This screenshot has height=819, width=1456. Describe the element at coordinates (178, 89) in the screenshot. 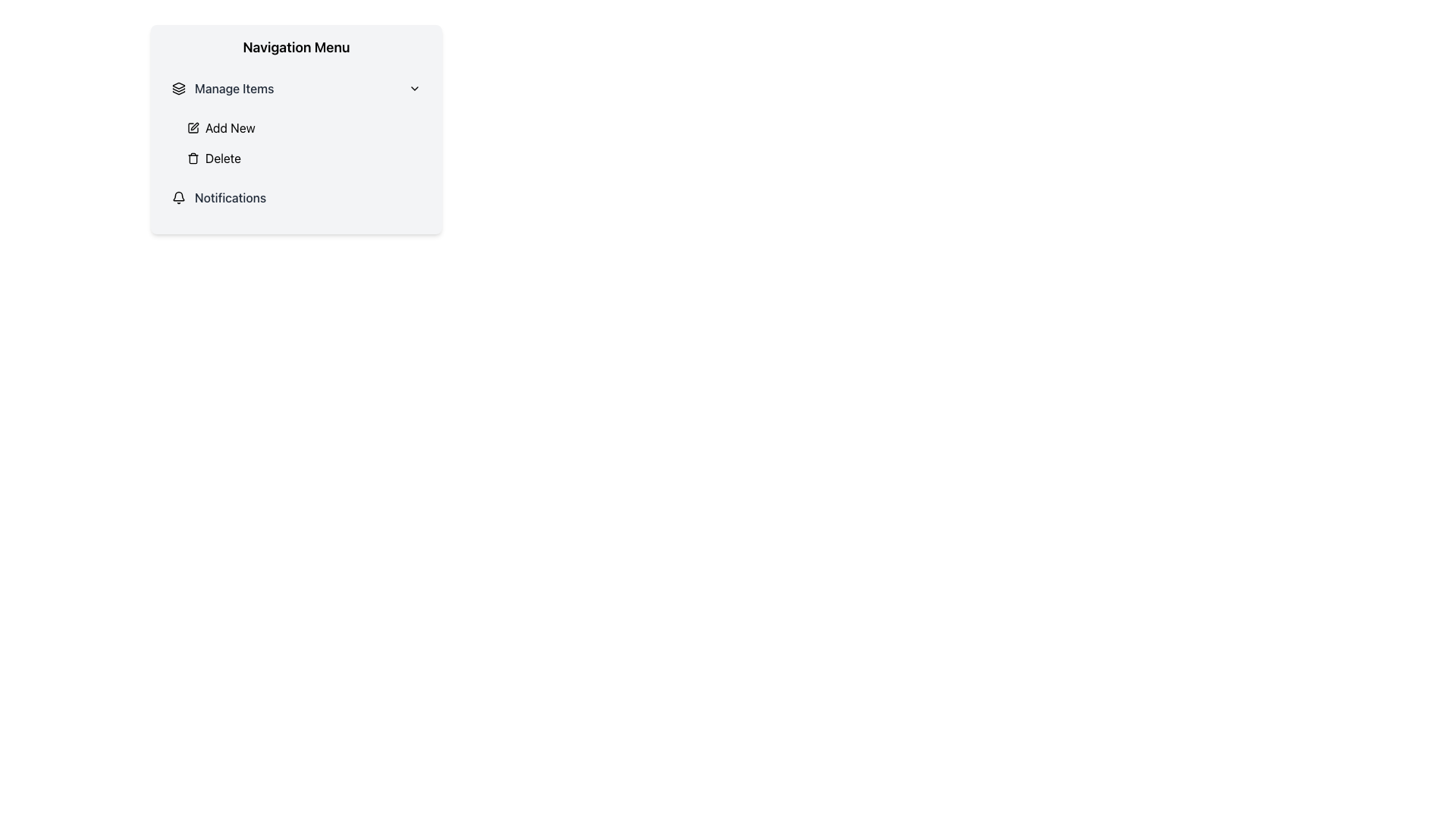

I see `the middle part of the three-layered icon within the 'Manage Items' section of the 'Navigation Menu'` at that location.